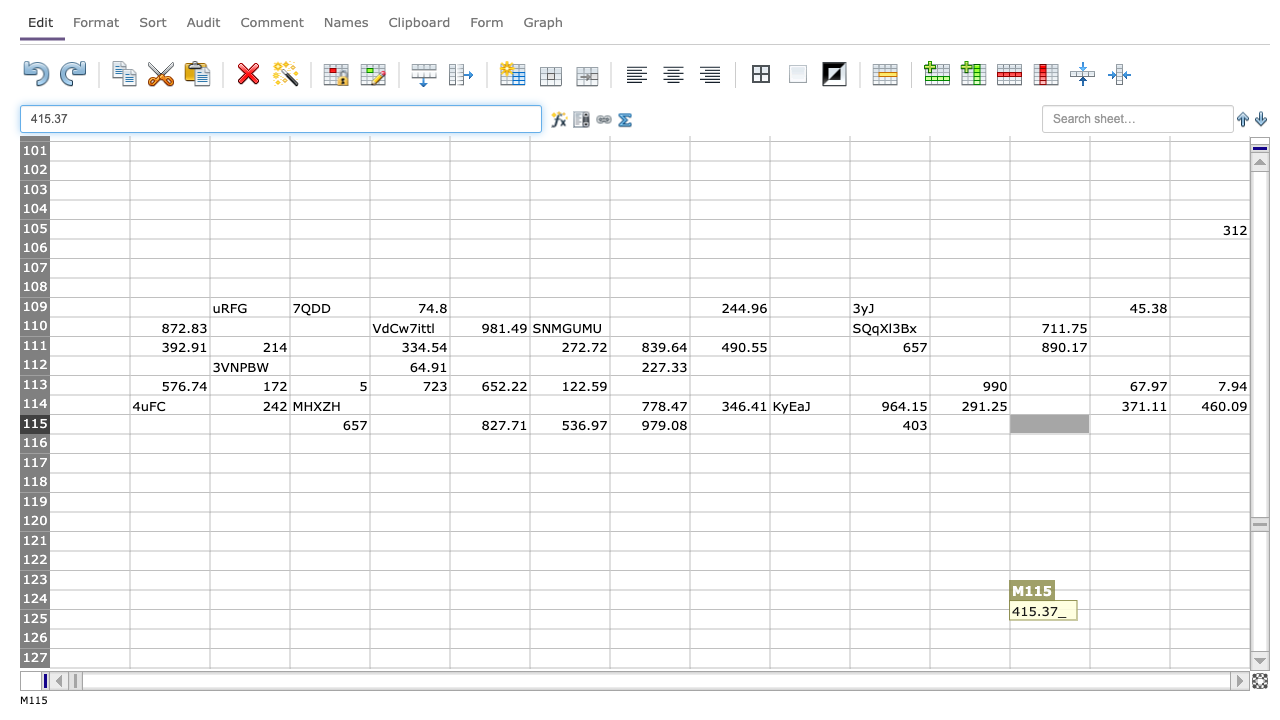 This screenshot has height=720, width=1280. Describe the element at coordinates (1208, 618) in the screenshot. I see `Cell at position O125` at that location.